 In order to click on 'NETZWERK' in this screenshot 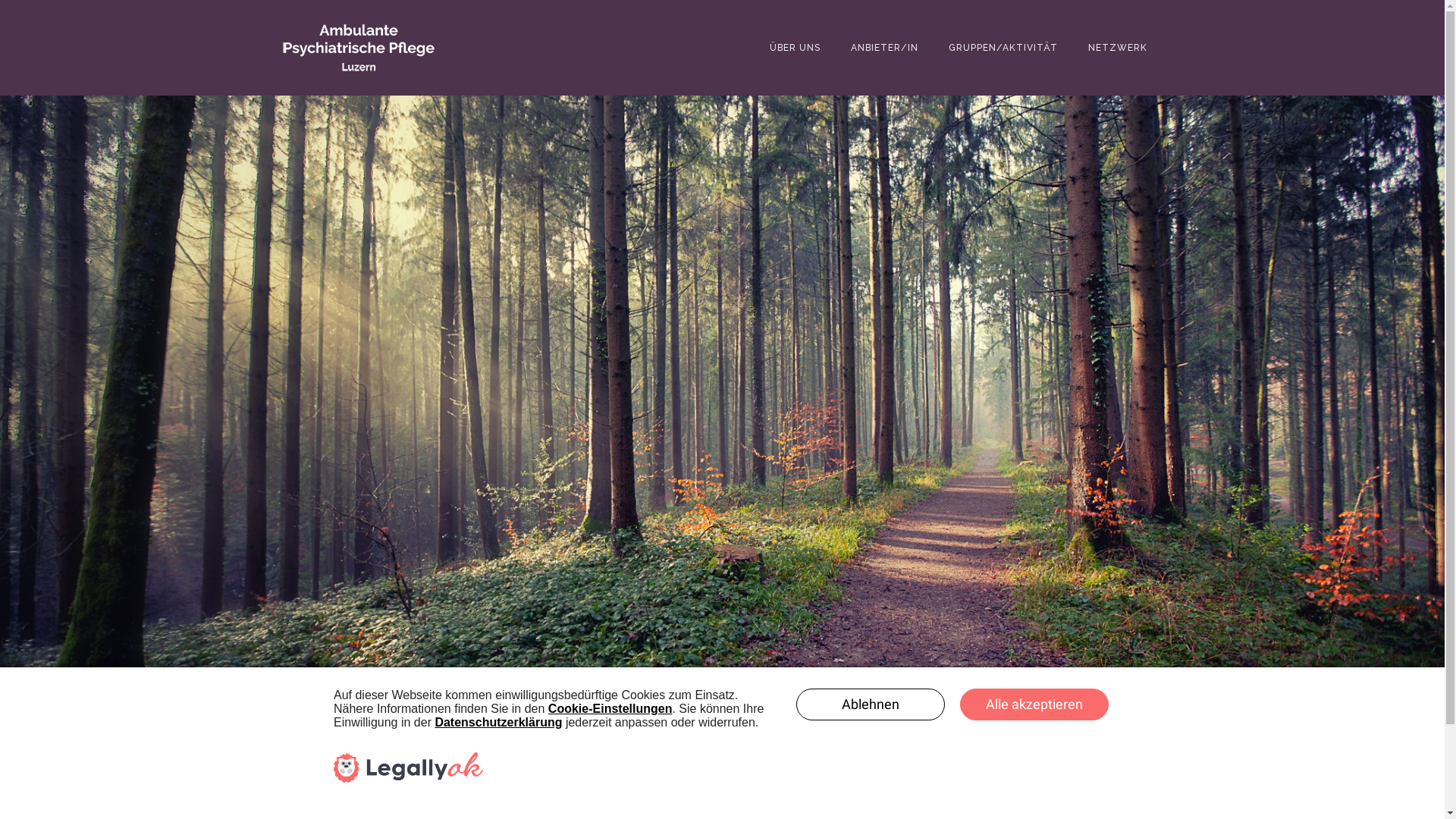, I will do `click(1117, 46)`.